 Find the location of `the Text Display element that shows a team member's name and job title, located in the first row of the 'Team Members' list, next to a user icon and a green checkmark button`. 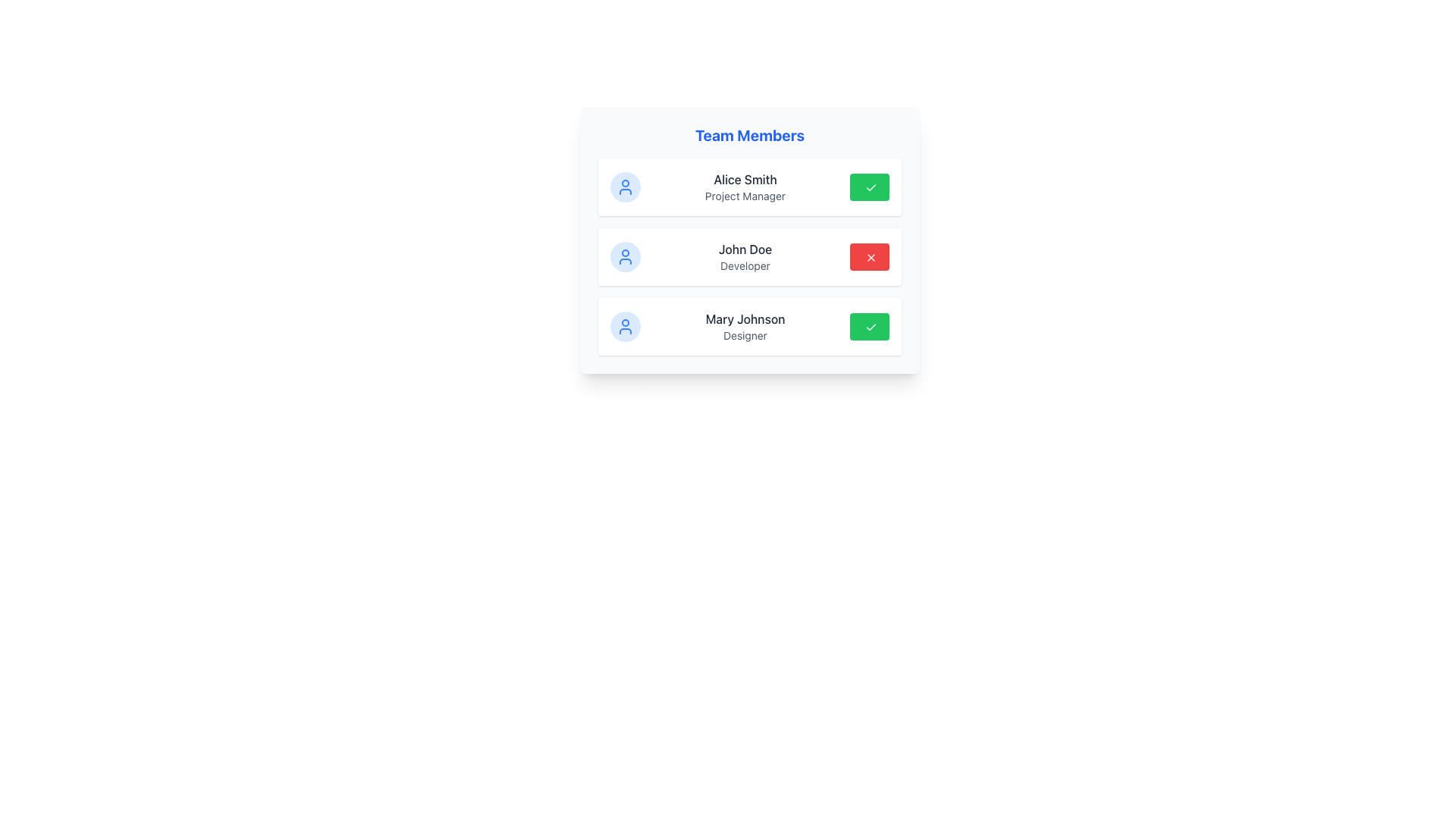

the Text Display element that shows a team member's name and job title, located in the first row of the 'Team Members' list, next to a user icon and a green checkmark button is located at coordinates (745, 186).